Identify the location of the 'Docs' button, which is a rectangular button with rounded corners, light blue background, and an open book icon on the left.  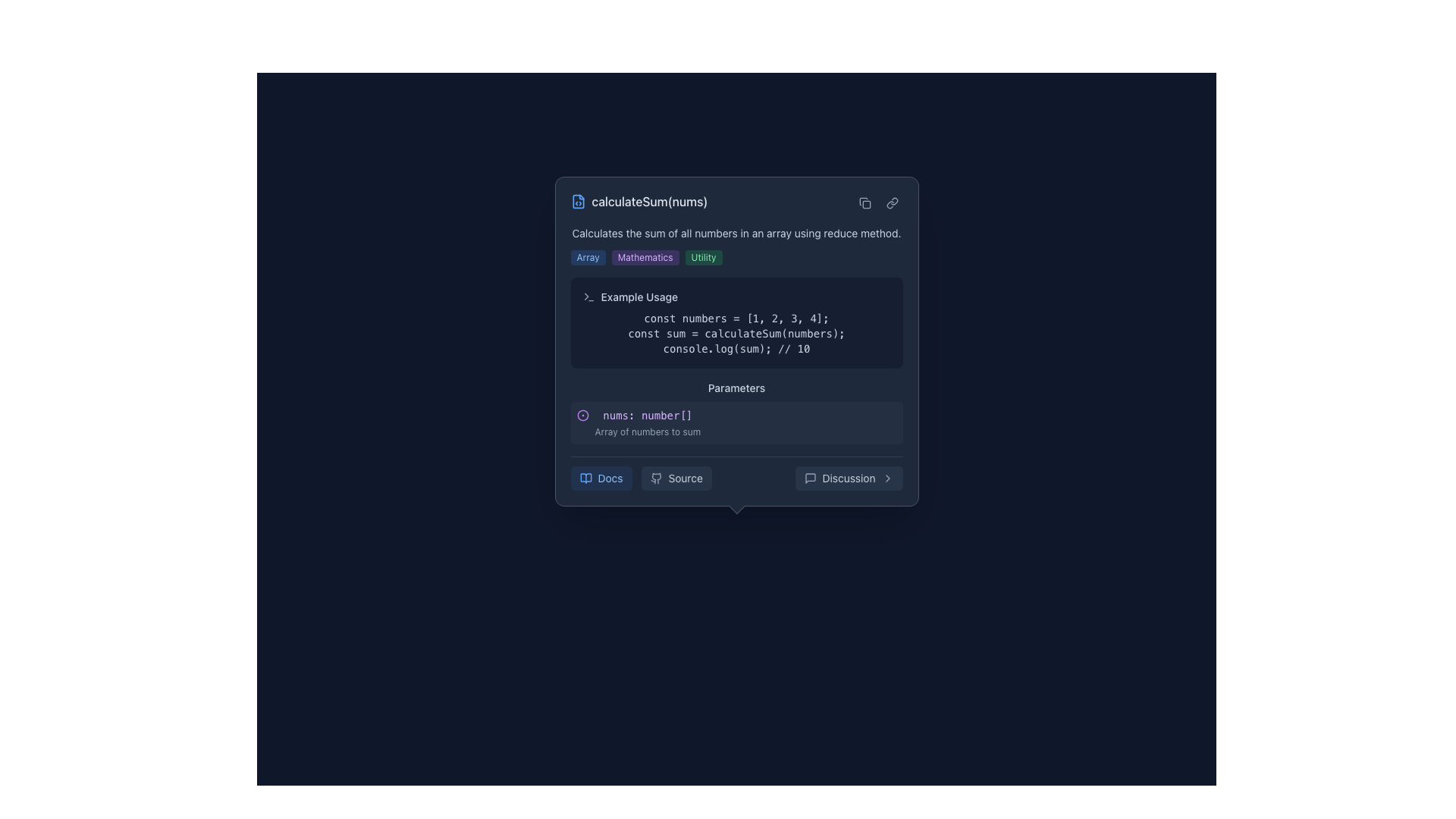
(600, 479).